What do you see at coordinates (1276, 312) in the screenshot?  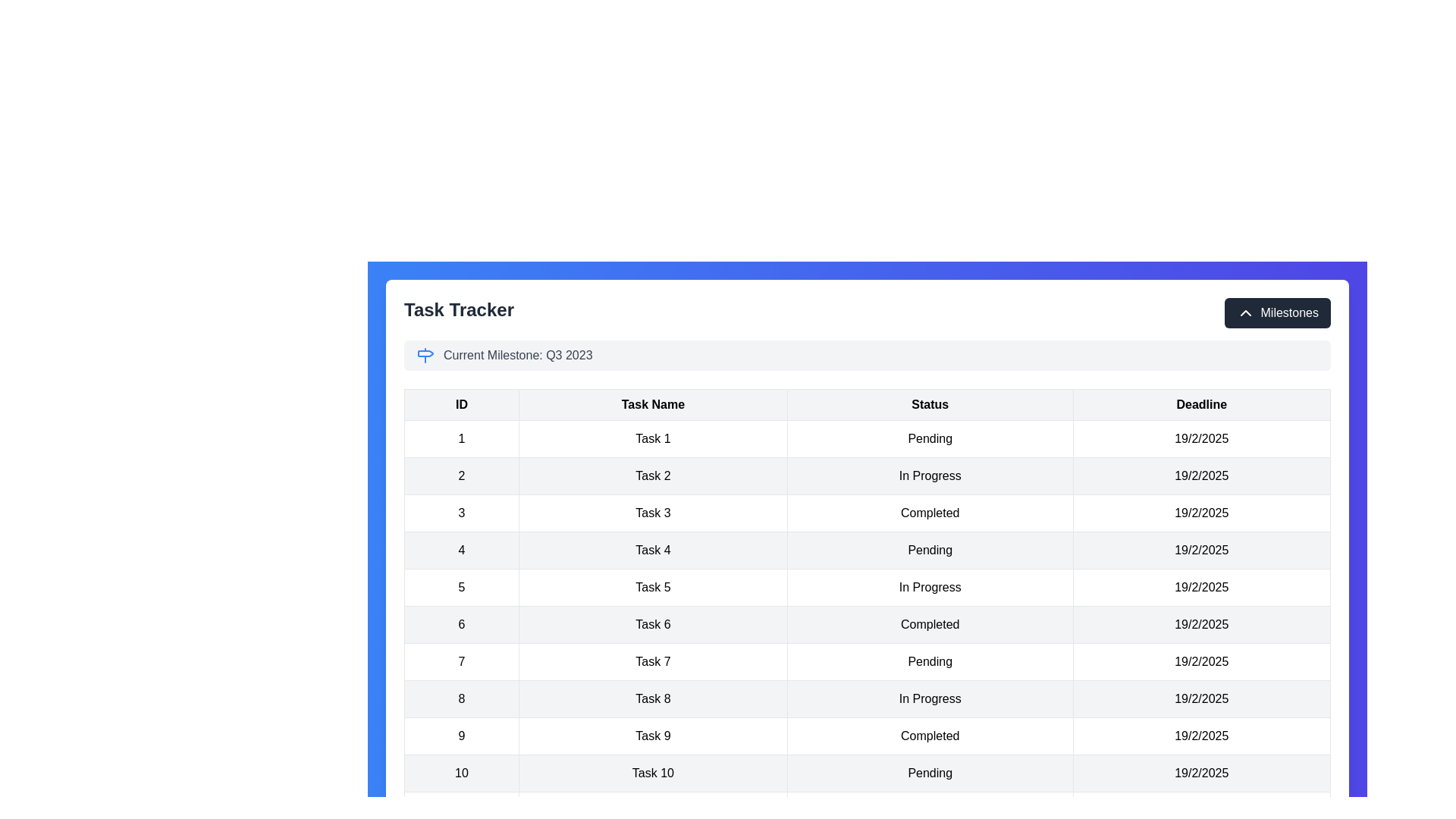 I see `'Milestones' button to toggle the milestone section visibility` at bounding box center [1276, 312].